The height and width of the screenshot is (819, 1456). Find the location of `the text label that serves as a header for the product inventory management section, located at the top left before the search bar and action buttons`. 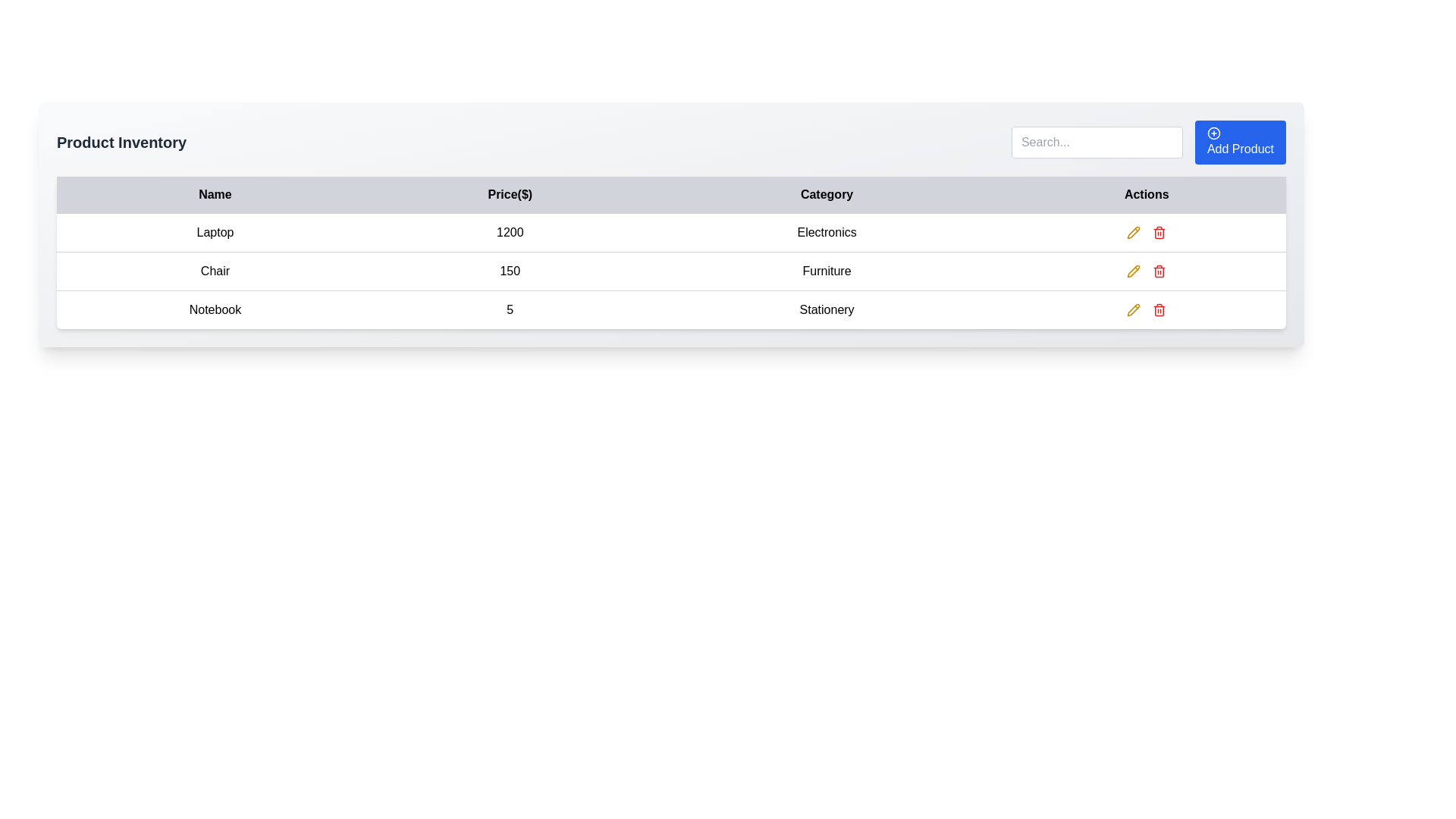

the text label that serves as a header for the product inventory management section, located at the top left before the search bar and action buttons is located at coordinates (121, 143).